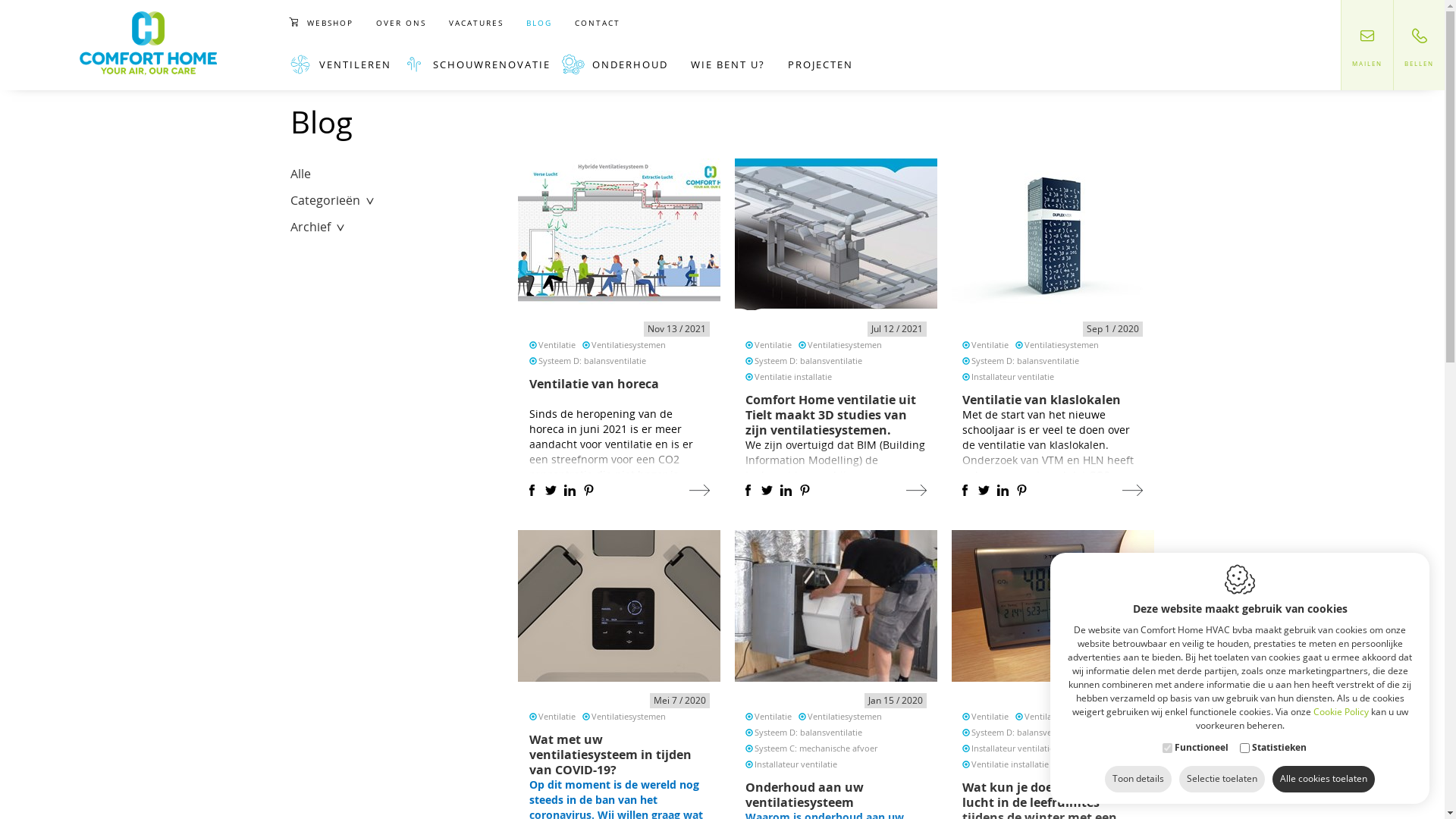 The height and width of the screenshot is (819, 1456). What do you see at coordinates (400, 23) in the screenshot?
I see `'OVER ONS'` at bounding box center [400, 23].